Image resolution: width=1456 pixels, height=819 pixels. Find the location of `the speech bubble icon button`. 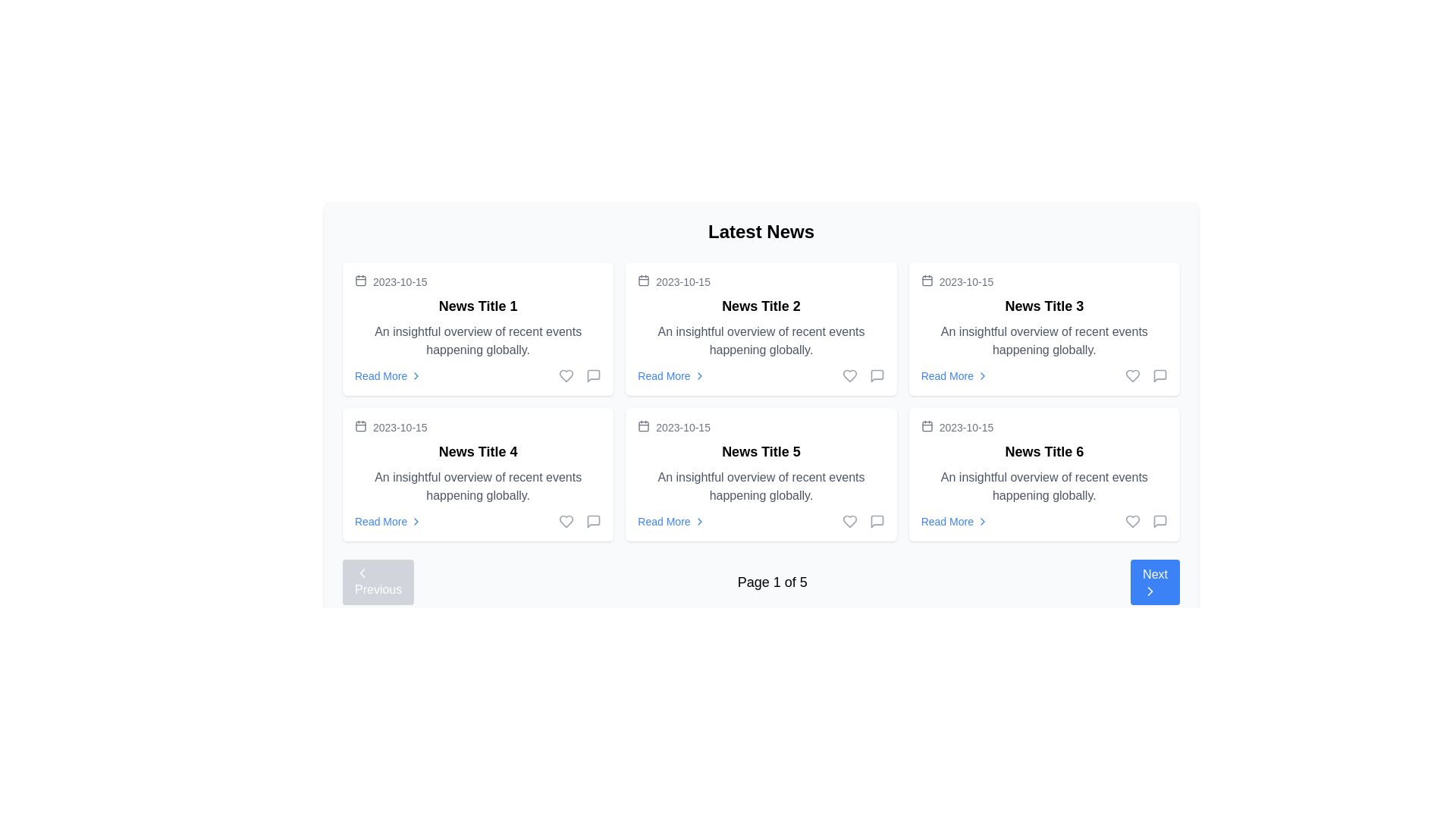

the speech bubble icon button is located at coordinates (593, 520).